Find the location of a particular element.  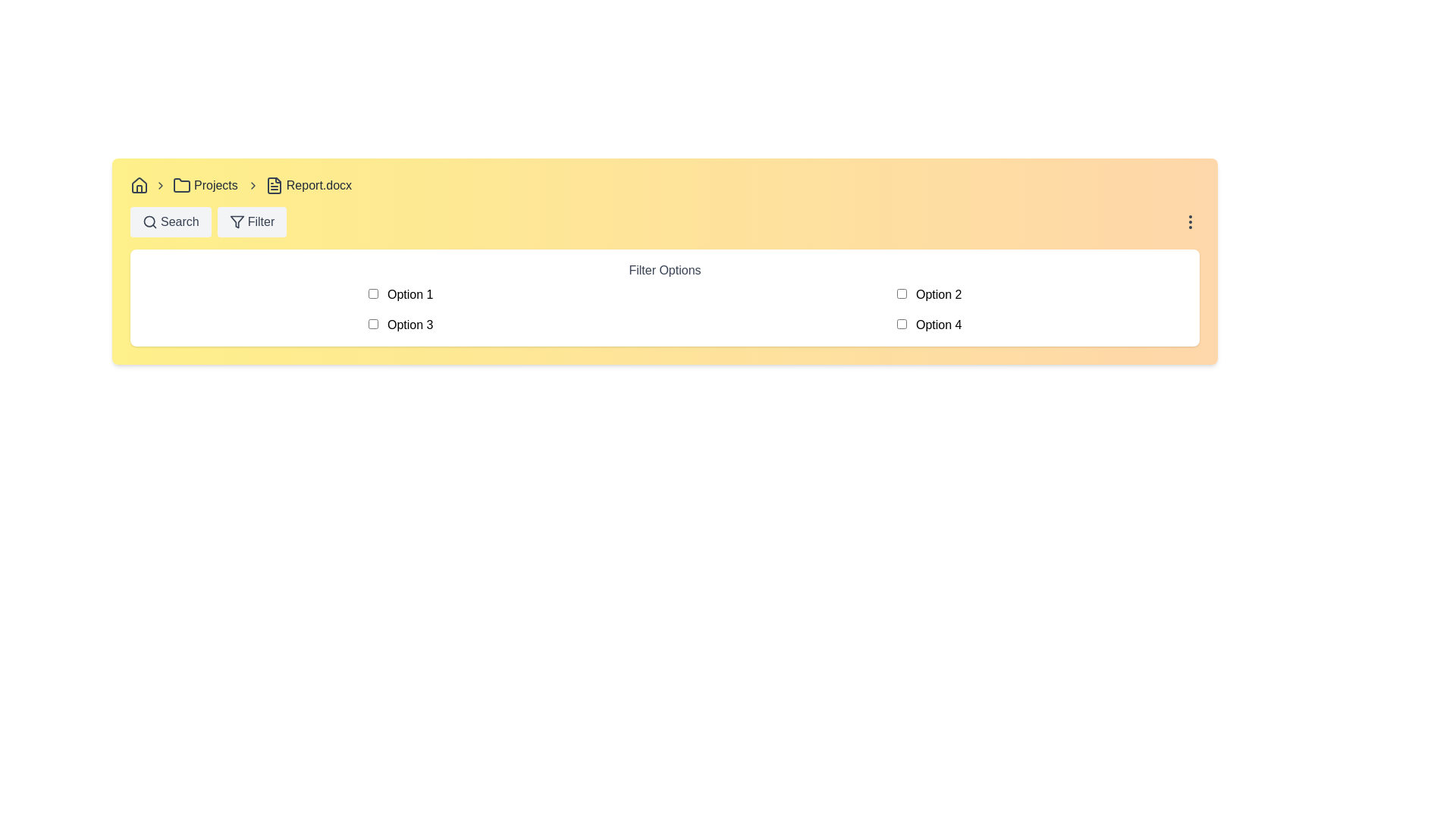

the right-pointing arrow icon in the breadcrumb navigation bar located between 'Projects' and 'Report.docx' is located at coordinates (253, 185).